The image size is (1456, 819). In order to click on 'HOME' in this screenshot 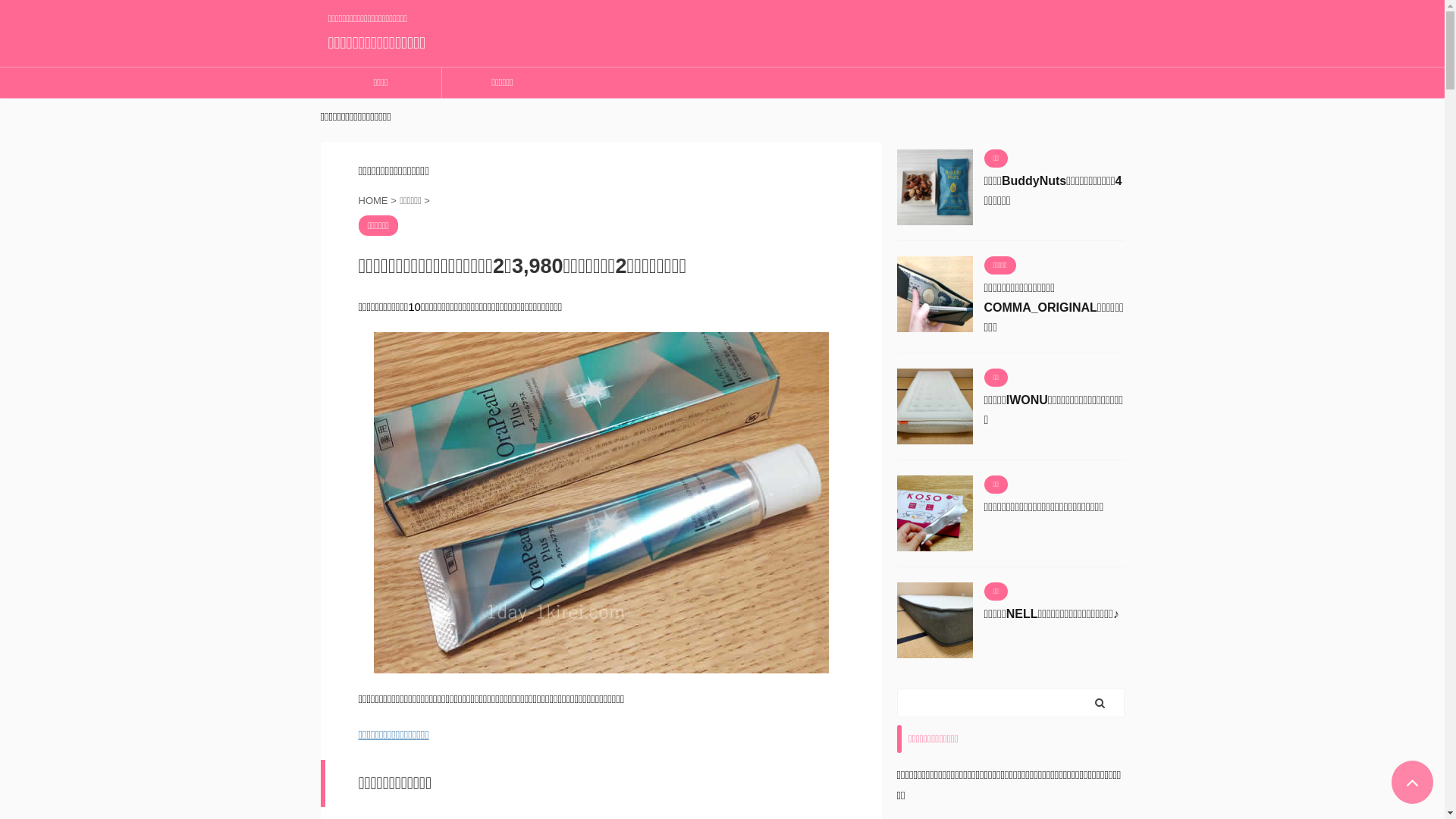, I will do `click(356, 199)`.